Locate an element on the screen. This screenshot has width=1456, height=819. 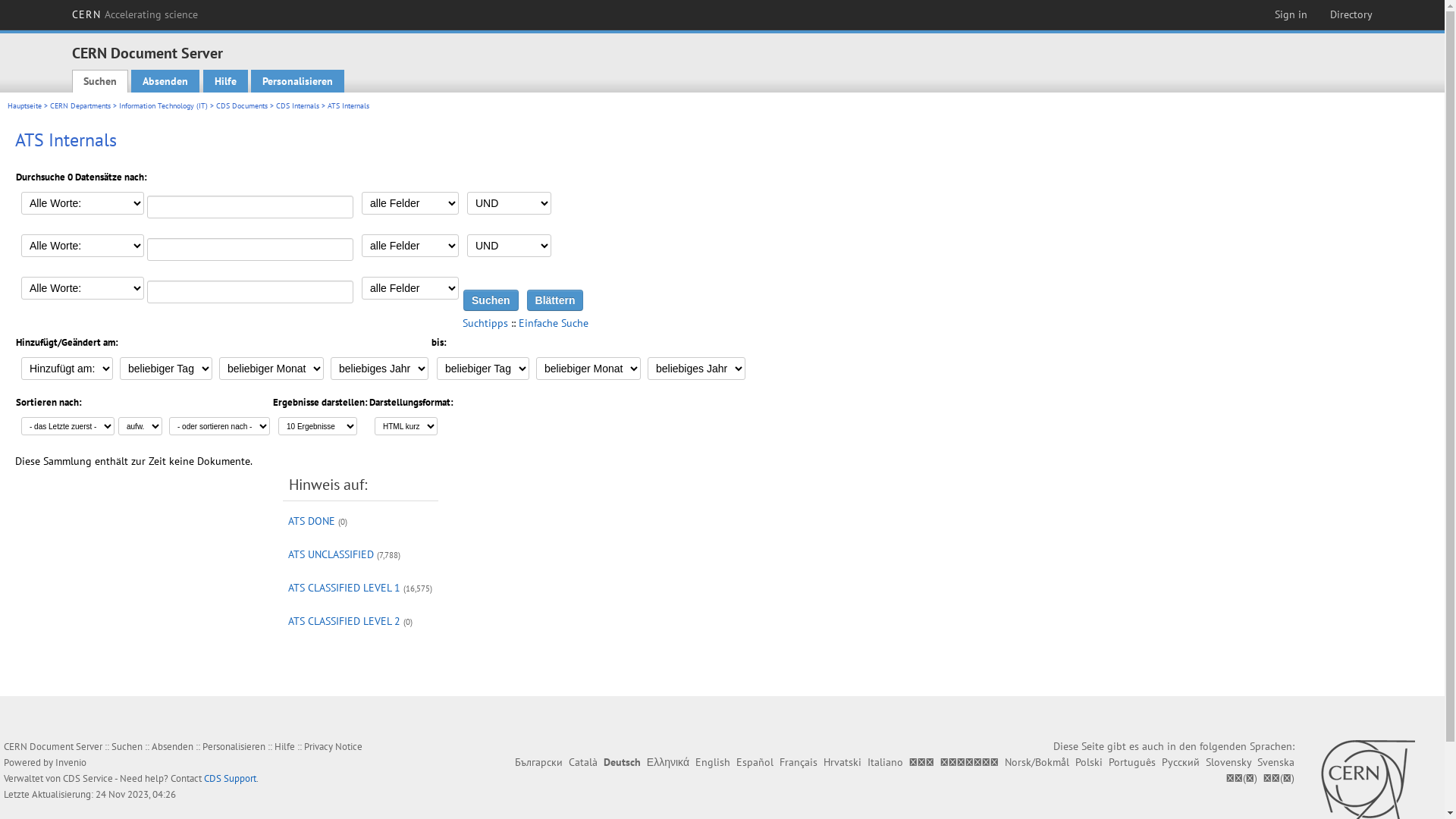
'CERN Document Server' is located at coordinates (147, 52).